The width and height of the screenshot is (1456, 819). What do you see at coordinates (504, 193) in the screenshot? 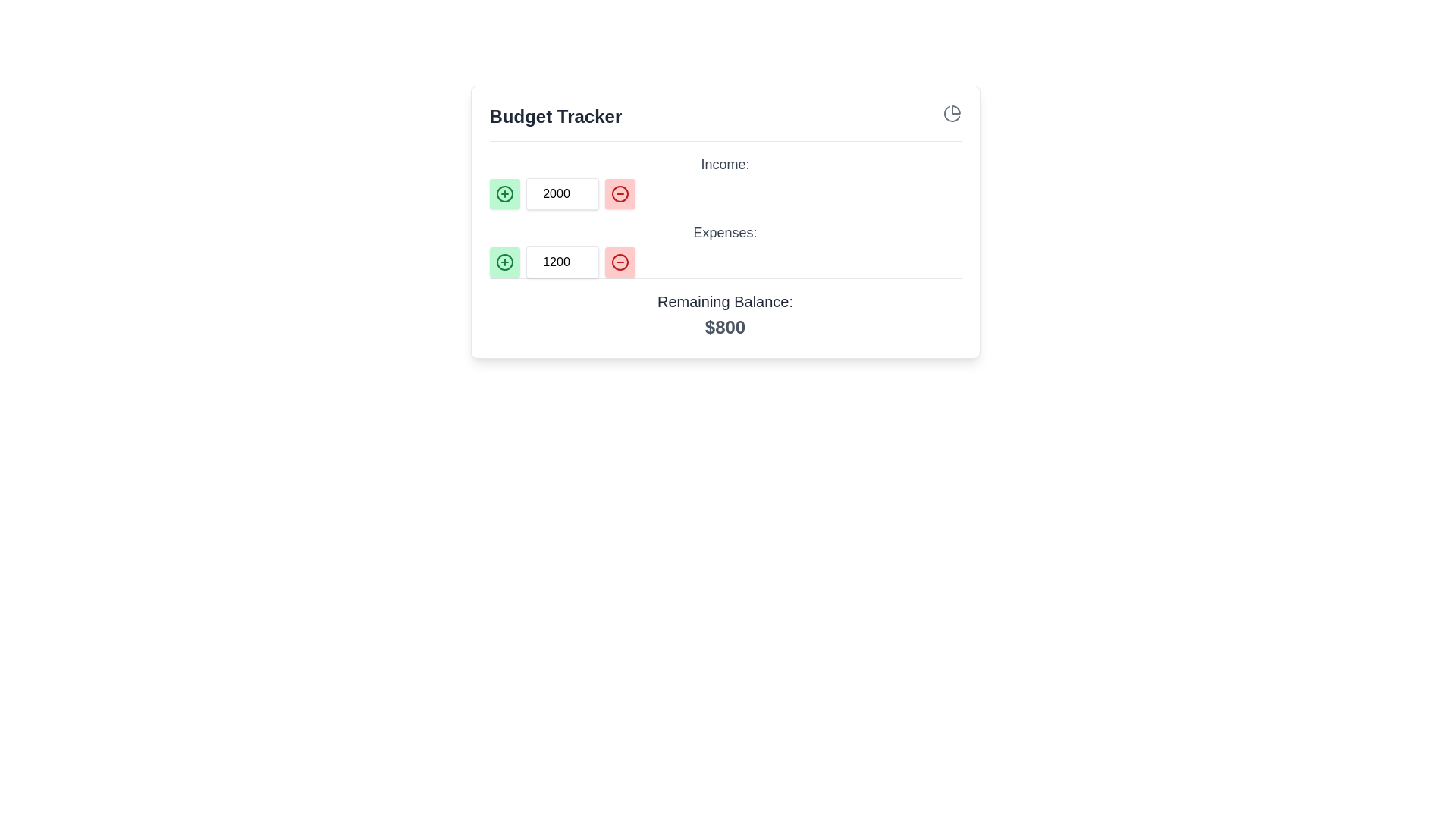
I see `the first button in the second row of the Budget Tracker` at bounding box center [504, 193].